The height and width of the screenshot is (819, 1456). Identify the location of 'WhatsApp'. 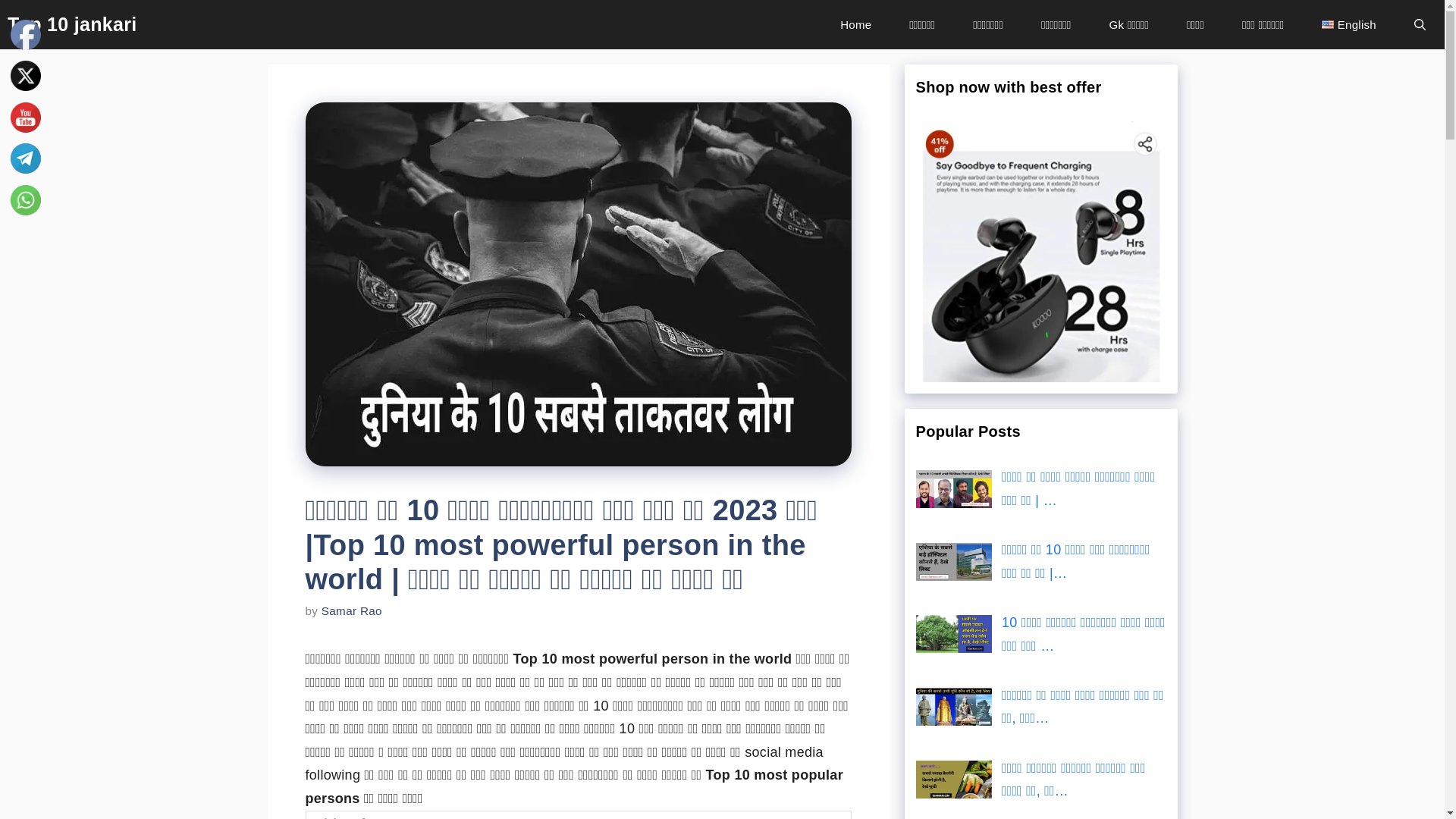
(25, 199).